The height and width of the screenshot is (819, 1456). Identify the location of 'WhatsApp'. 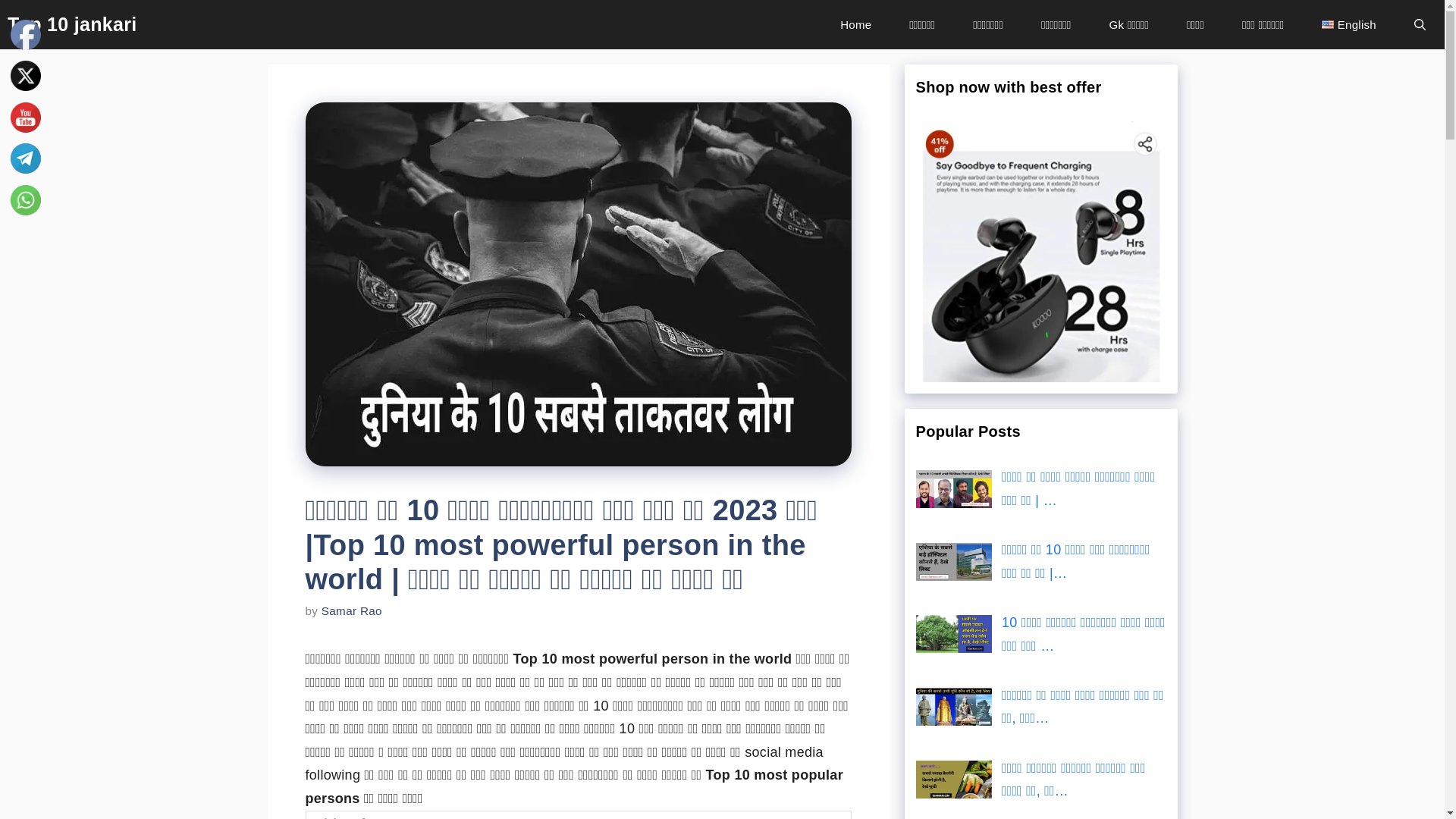
(25, 199).